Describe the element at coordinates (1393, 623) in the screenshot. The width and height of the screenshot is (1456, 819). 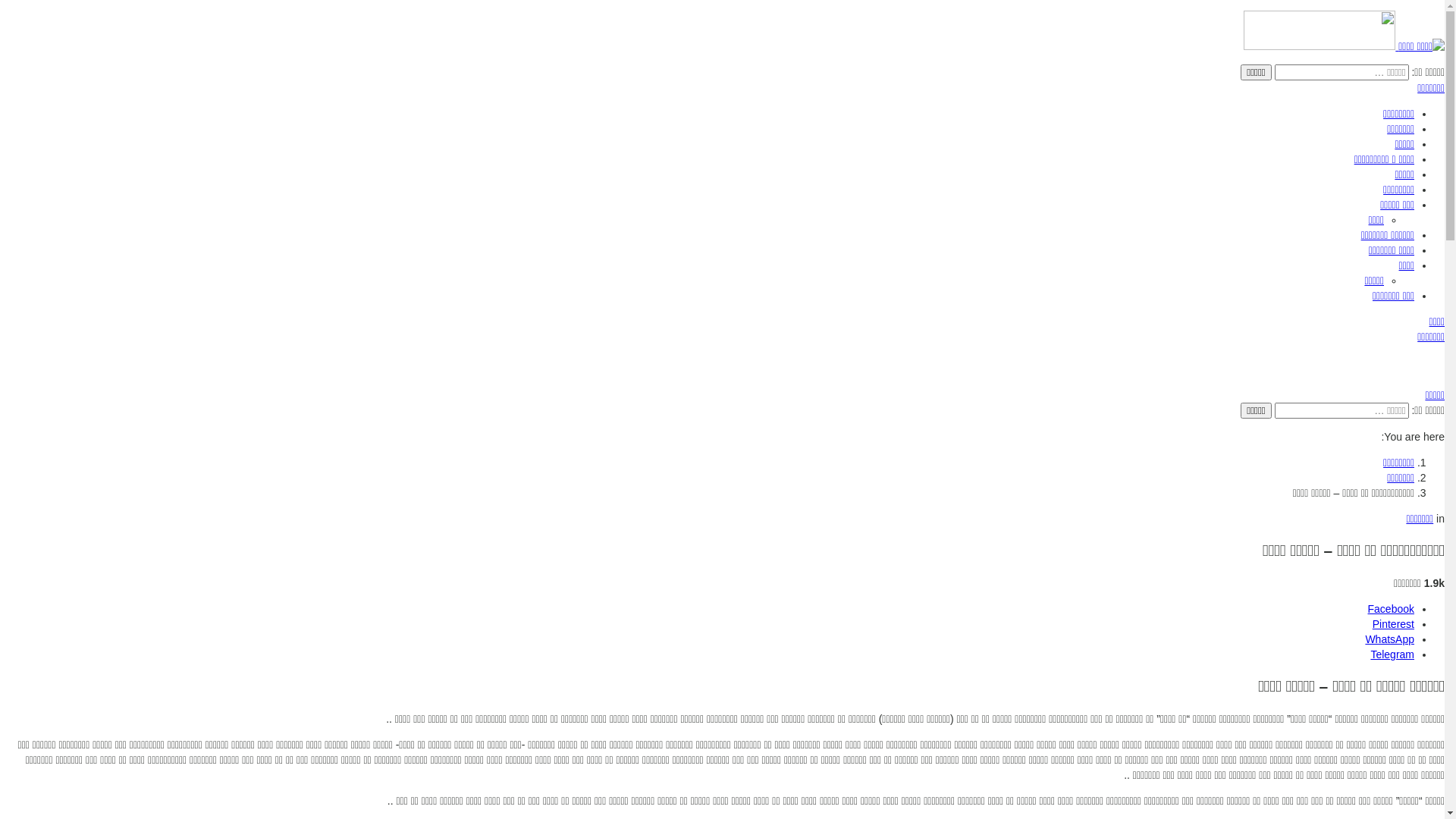
I see `'Pinterest'` at that location.